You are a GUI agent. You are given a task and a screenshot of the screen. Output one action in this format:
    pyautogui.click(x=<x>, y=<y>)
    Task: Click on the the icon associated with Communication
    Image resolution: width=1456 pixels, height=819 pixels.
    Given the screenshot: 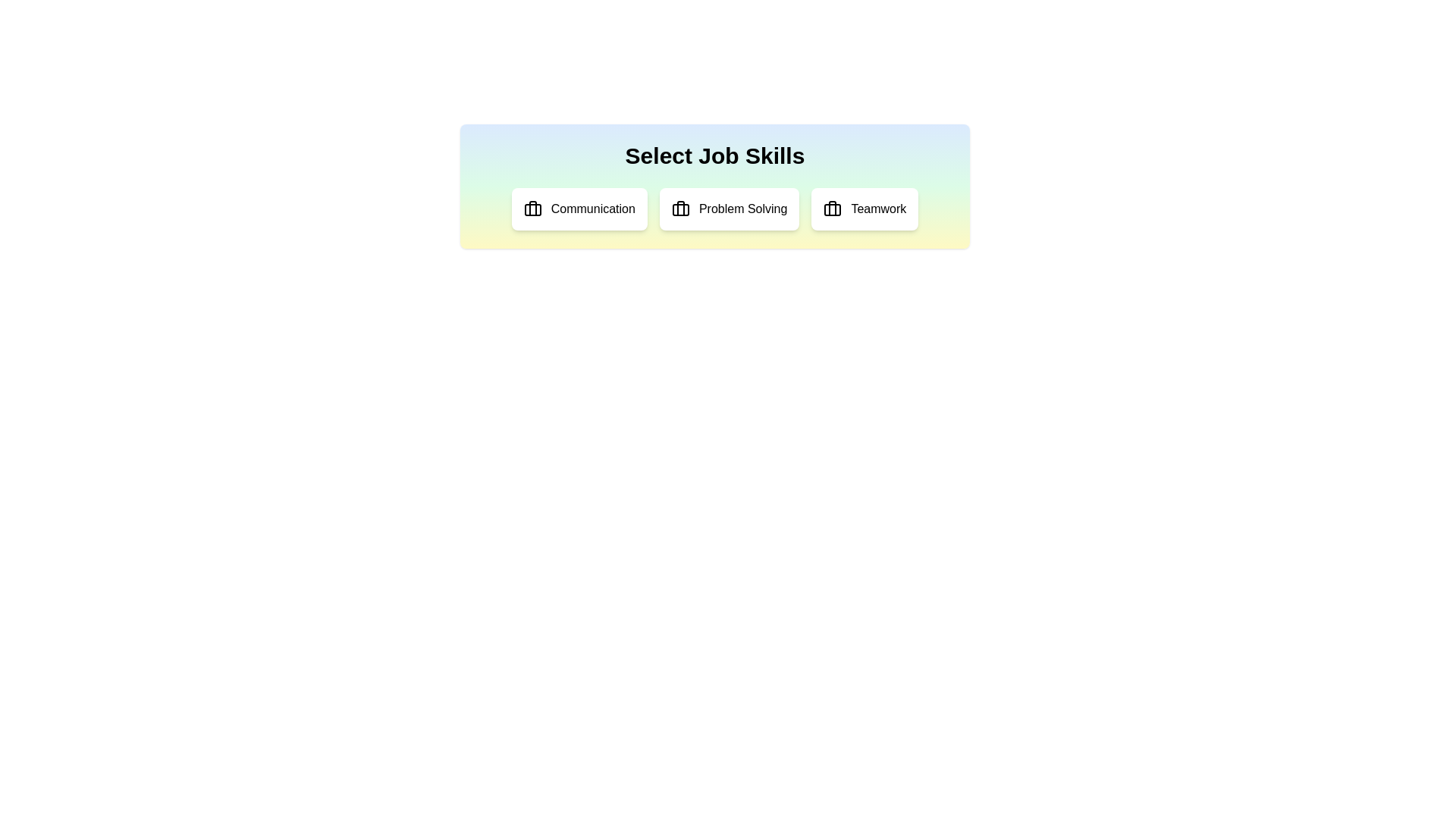 What is the action you would take?
    pyautogui.click(x=532, y=209)
    